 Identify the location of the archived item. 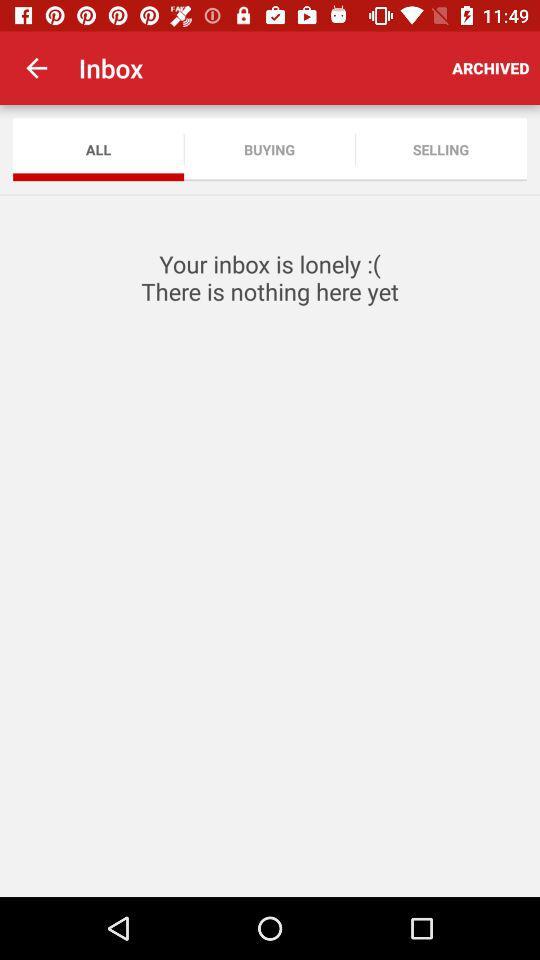
(489, 68).